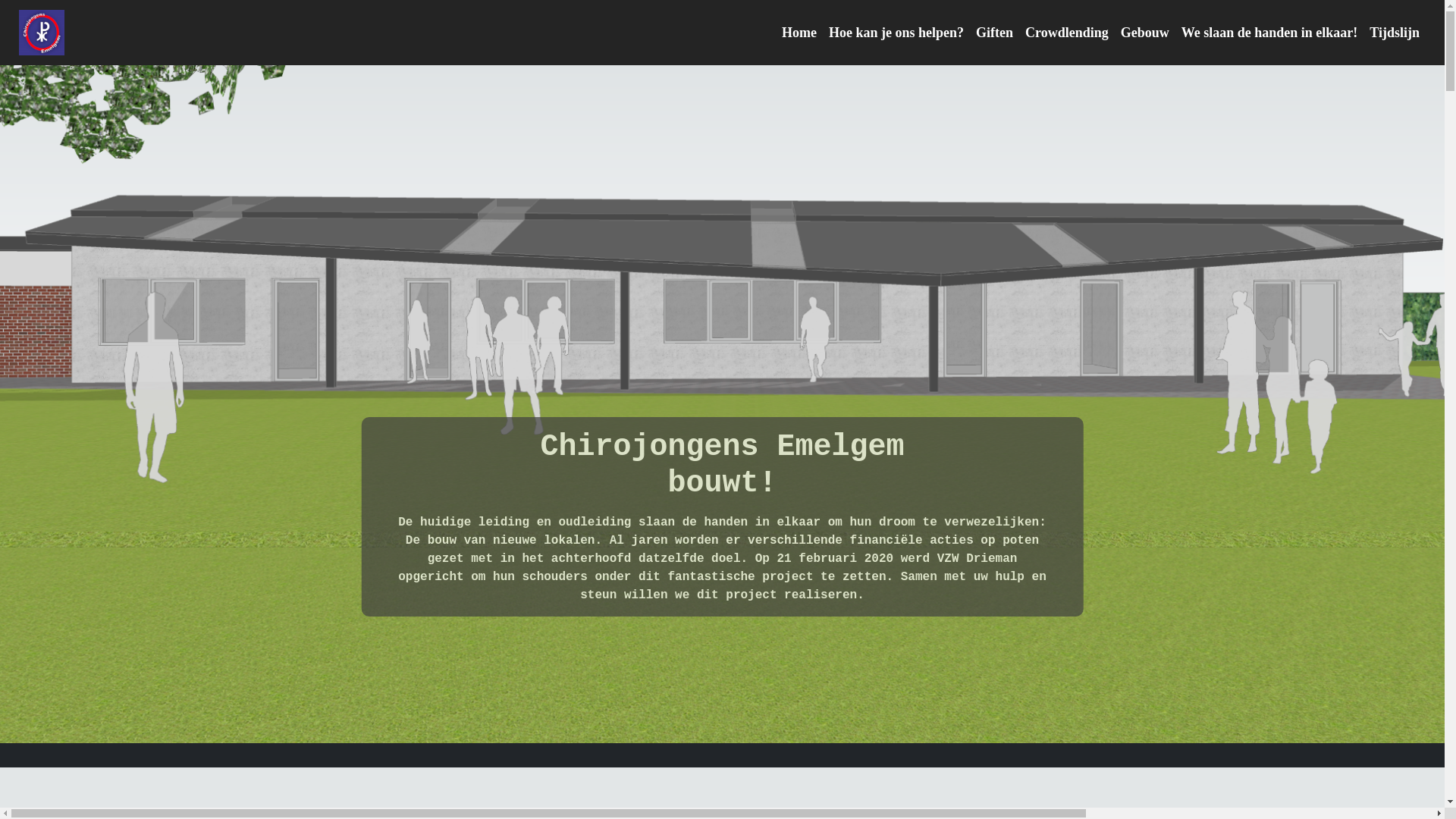 Image resolution: width=1456 pixels, height=819 pixels. I want to click on 'Crowdlending', so click(1065, 33).